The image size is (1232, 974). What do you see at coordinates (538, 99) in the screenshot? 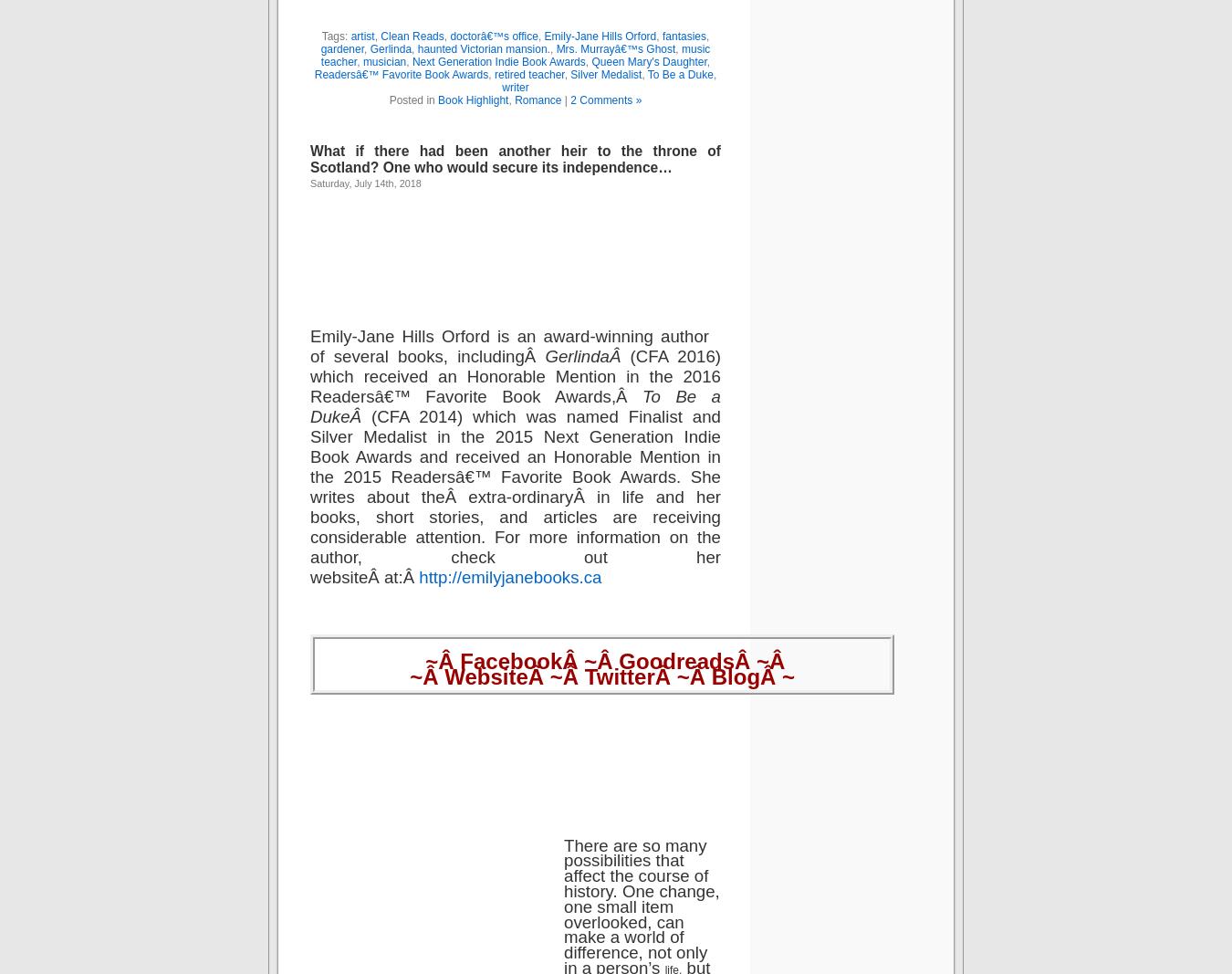
I see `'Romance'` at bounding box center [538, 99].